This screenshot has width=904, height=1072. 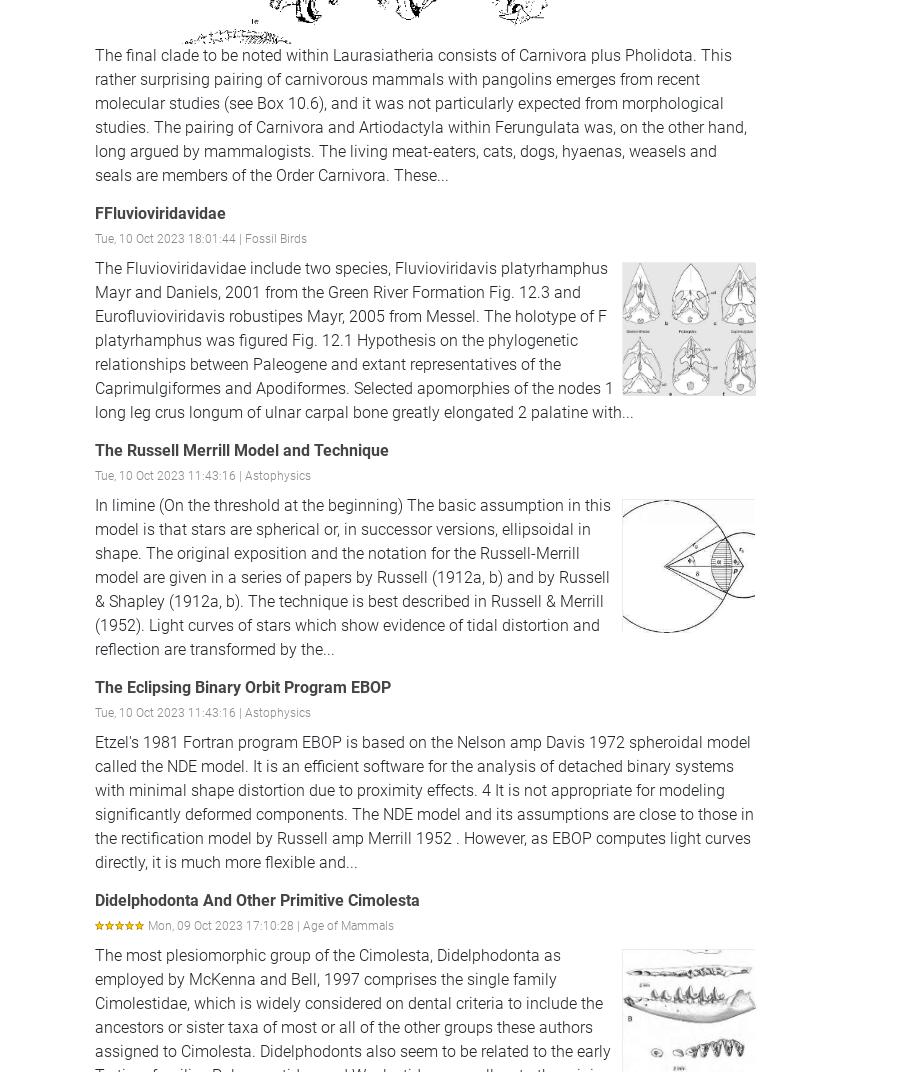 I want to click on 'FFluvioviridavidae', so click(x=159, y=212).